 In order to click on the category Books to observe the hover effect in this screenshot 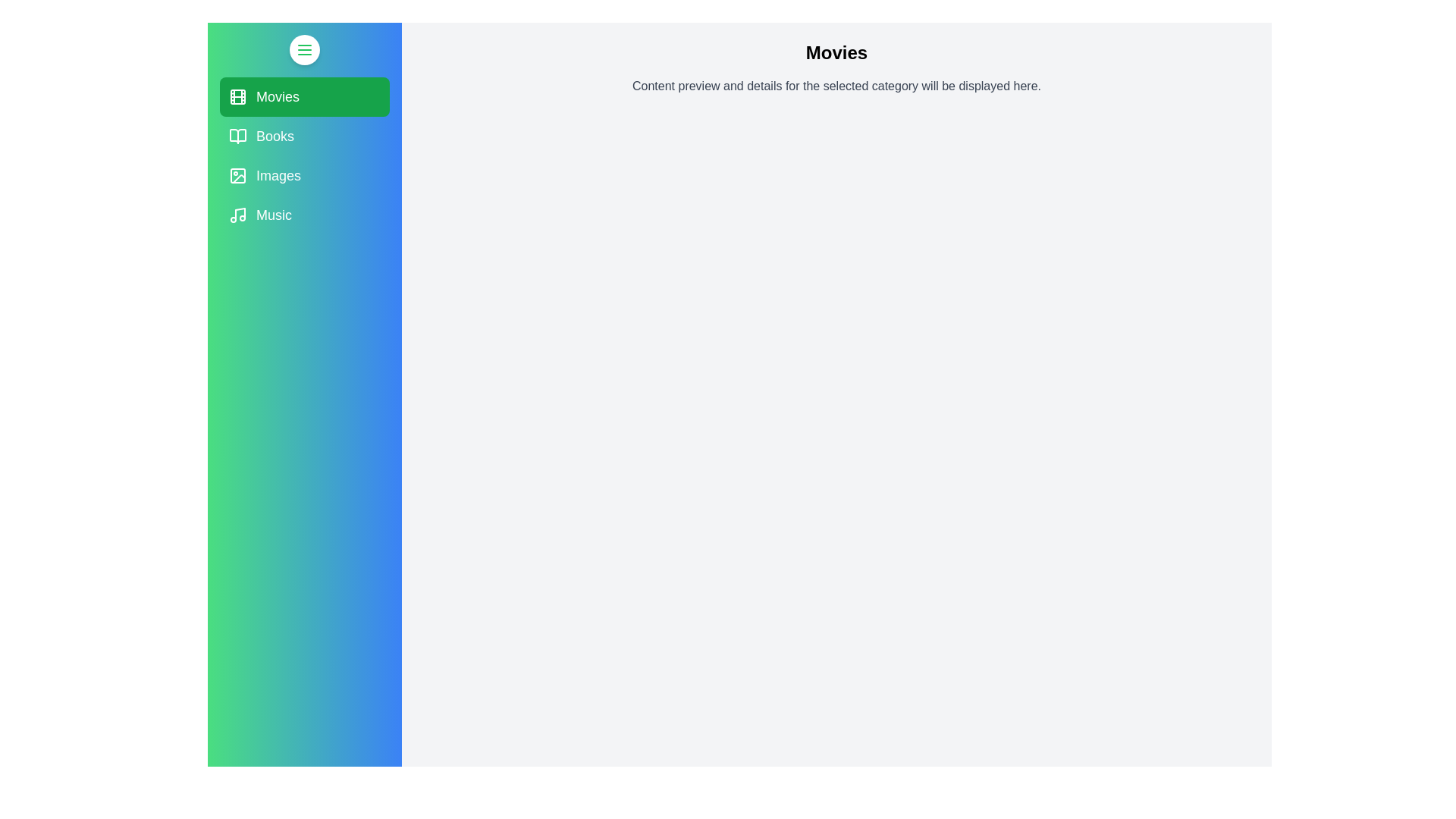, I will do `click(304, 136)`.